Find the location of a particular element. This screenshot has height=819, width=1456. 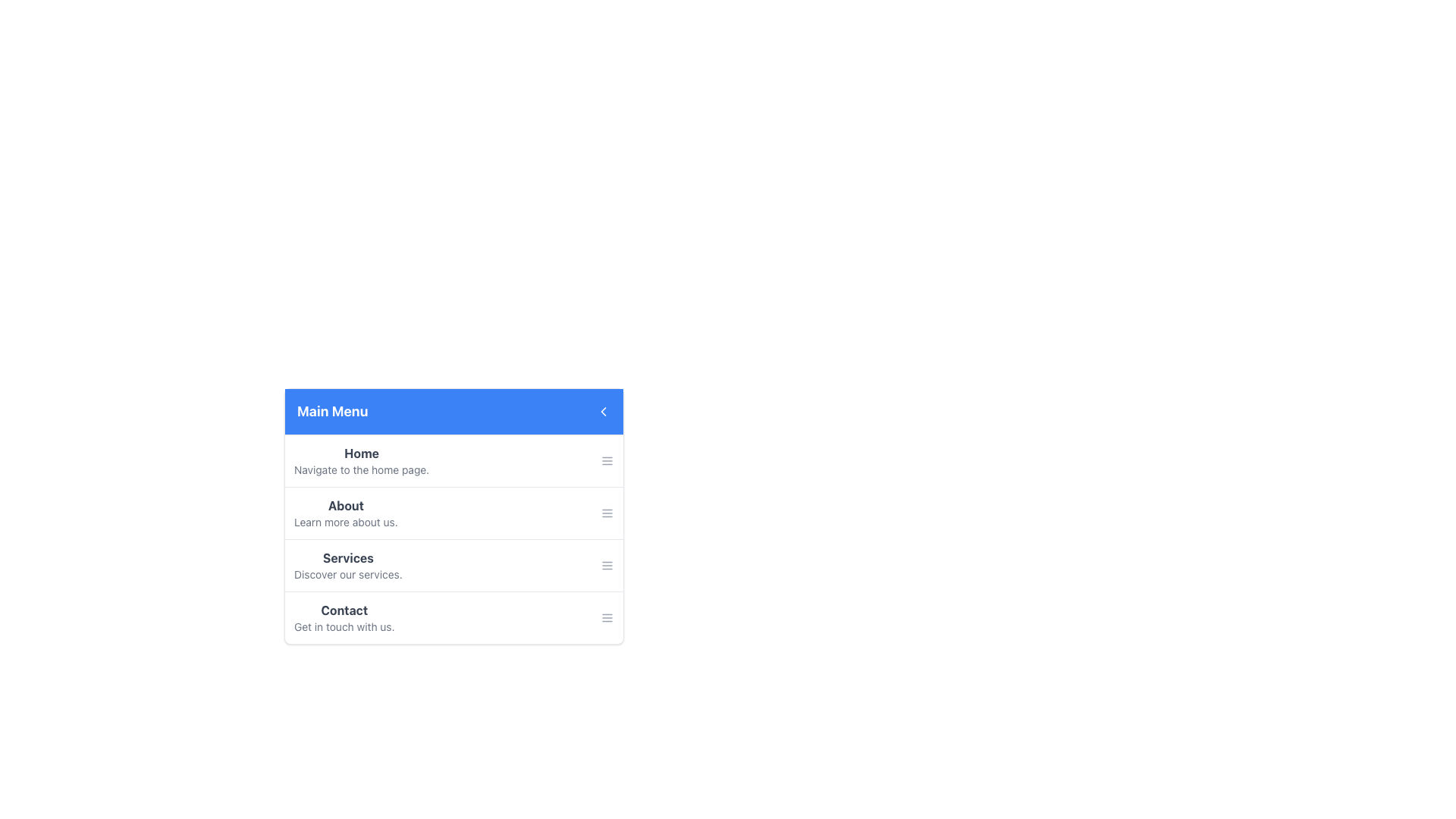

the 'About' menu item, which is the second option in the vertical menu is located at coordinates (453, 512).